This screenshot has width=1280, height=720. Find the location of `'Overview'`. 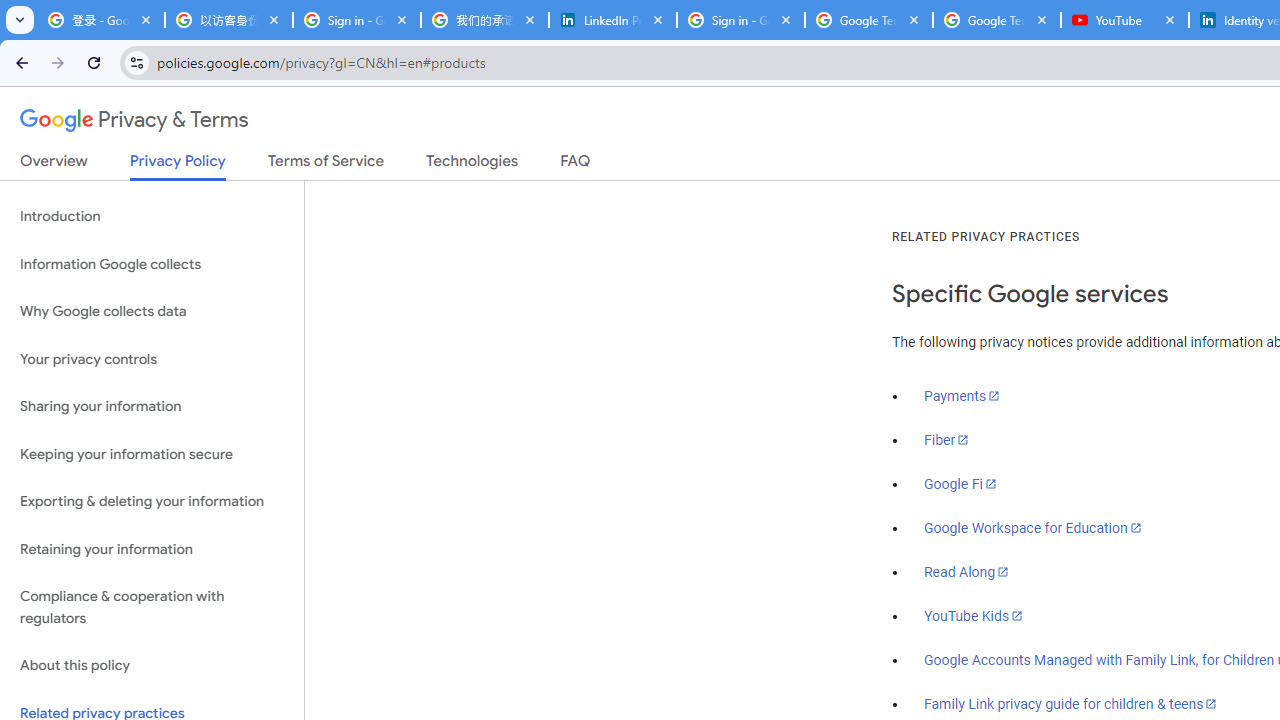

'Overview' is located at coordinates (54, 164).